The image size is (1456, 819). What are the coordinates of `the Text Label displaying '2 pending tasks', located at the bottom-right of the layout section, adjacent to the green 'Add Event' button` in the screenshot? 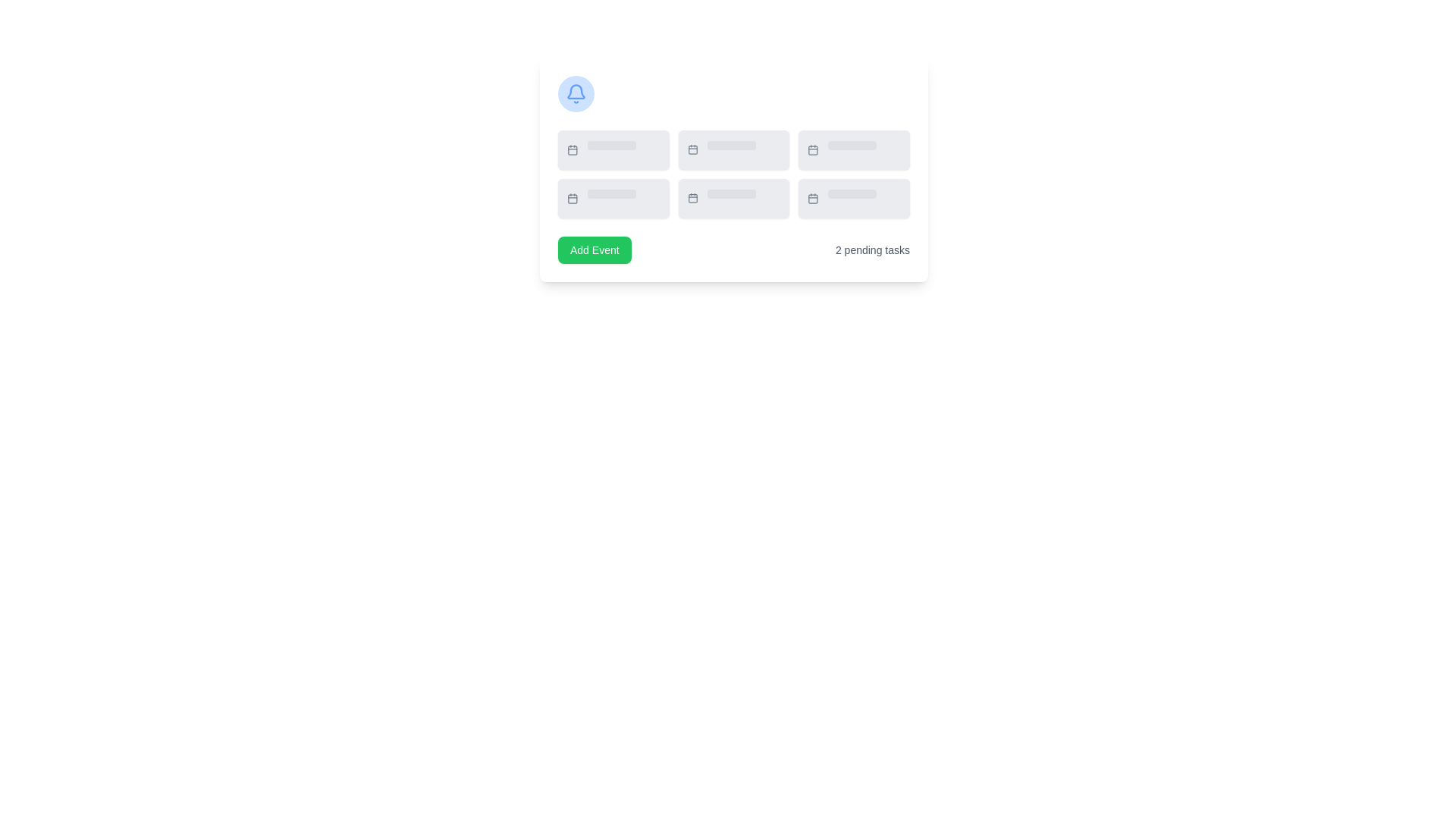 It's located at (873, 249).